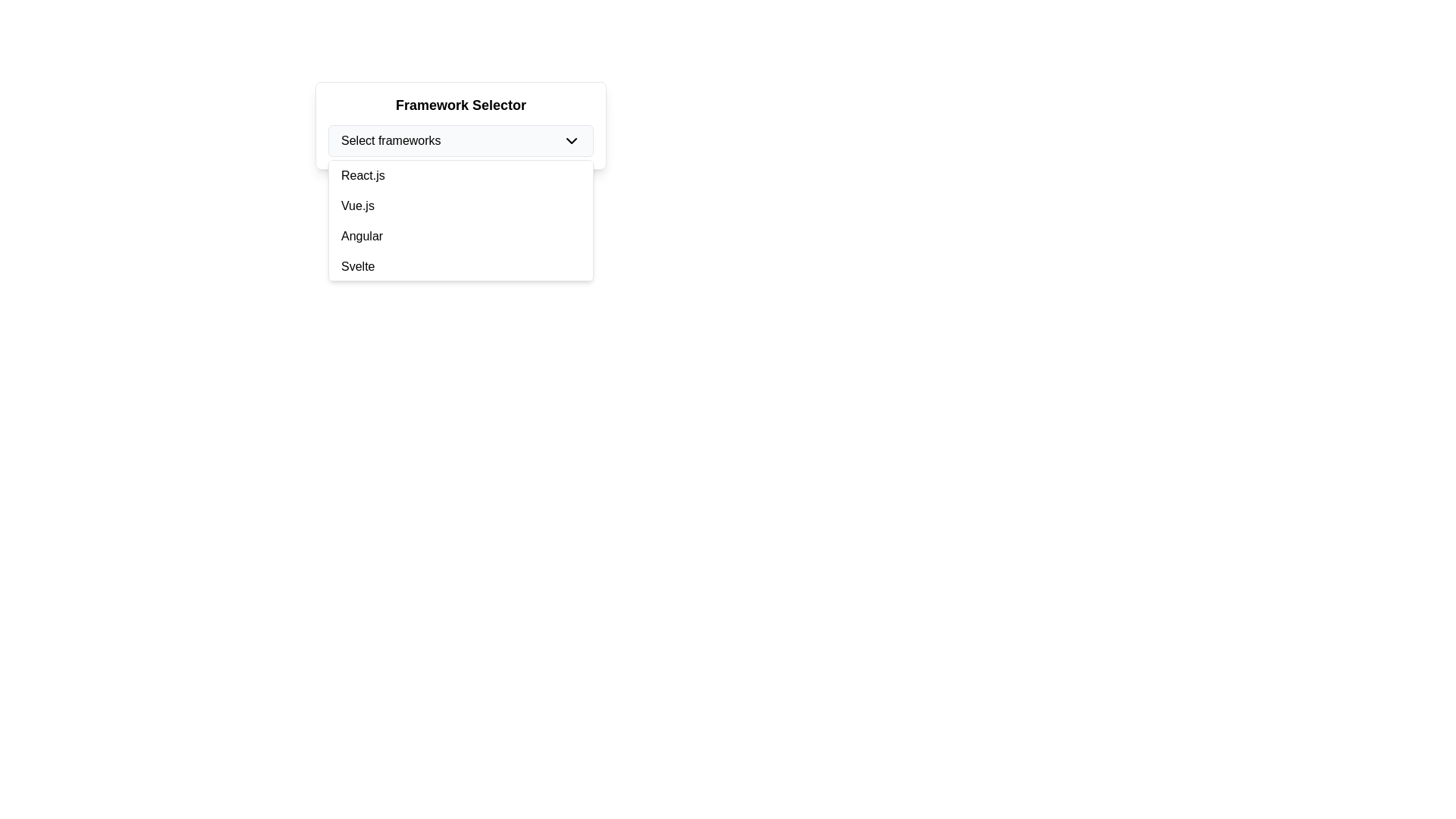 This screenshot has height=819, width=1456. Describe the element at coordinates (460, 124) in the screenshot. I see `the dropdown menu labeled 'Select frameworks' under the title 'Framework Selector'` at that location.